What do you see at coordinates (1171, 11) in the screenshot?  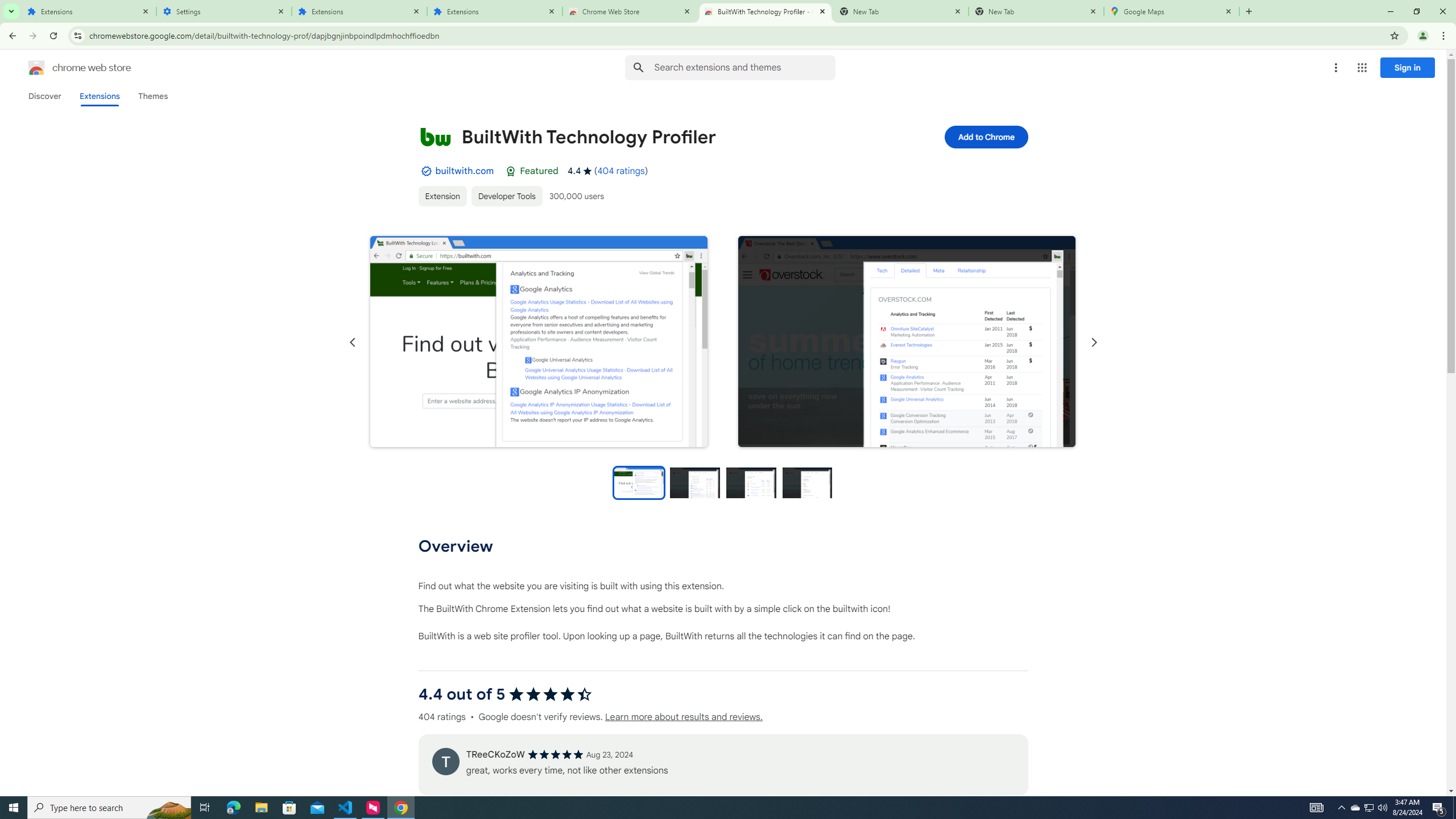 I see `'Google Maps'` at bounding box center [1171, 11].